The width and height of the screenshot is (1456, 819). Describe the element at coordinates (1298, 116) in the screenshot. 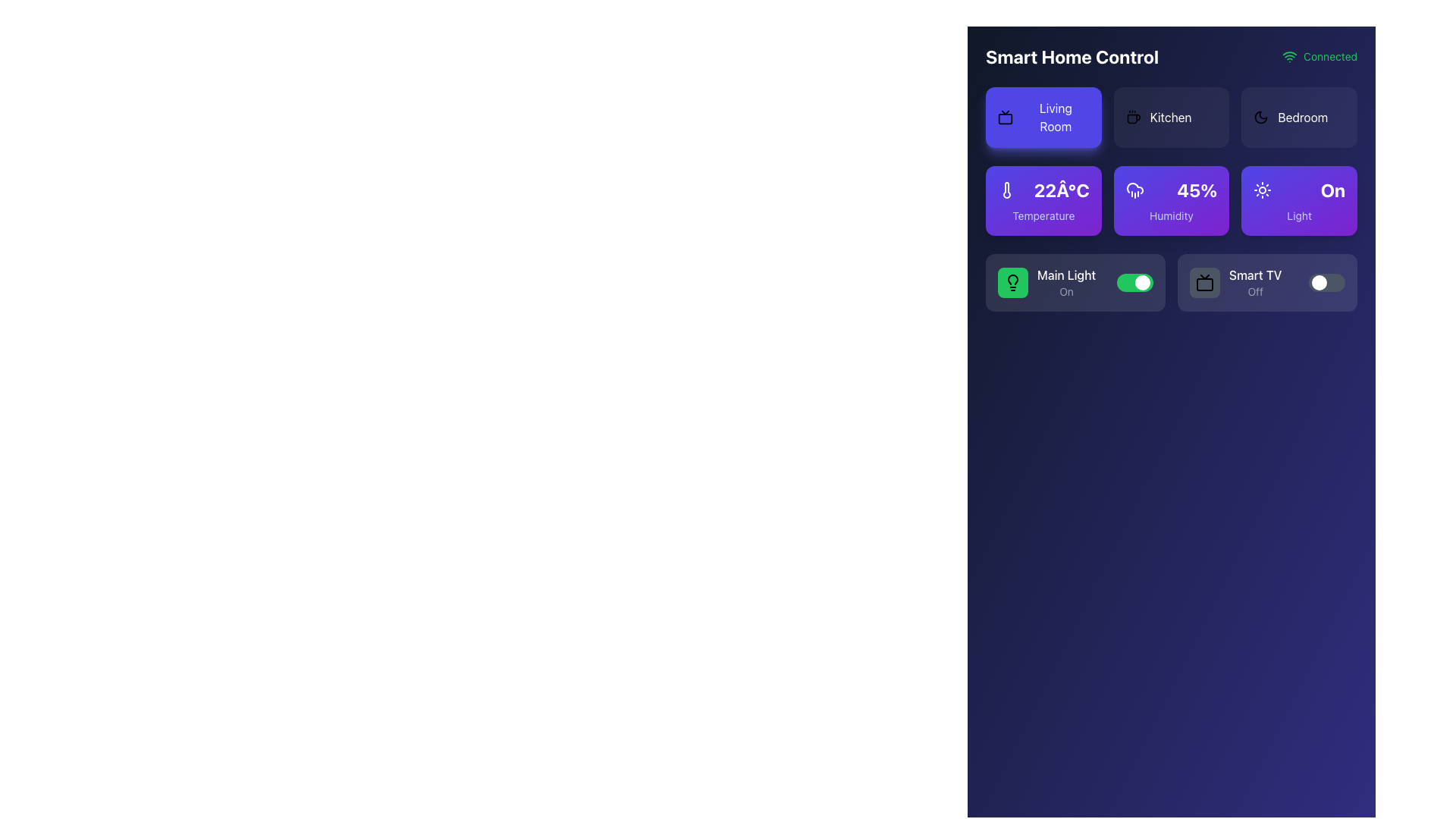

I see `the 'Bedroom' button located at the top-right area of the grid to trigger visual changes` at that location.